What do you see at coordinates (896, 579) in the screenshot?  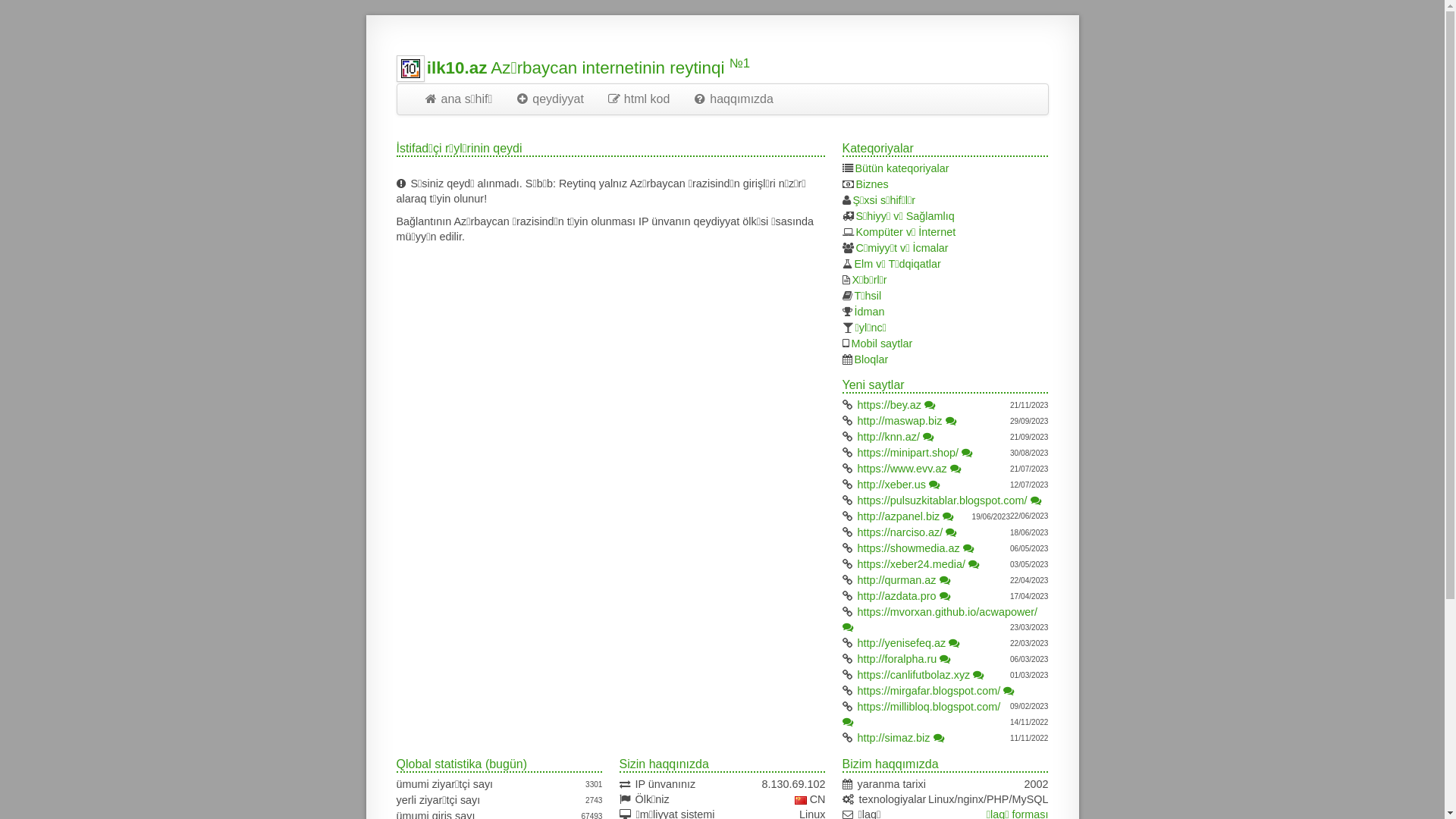 I see `'http://qurman.az'` at bounding box center [896, 579].